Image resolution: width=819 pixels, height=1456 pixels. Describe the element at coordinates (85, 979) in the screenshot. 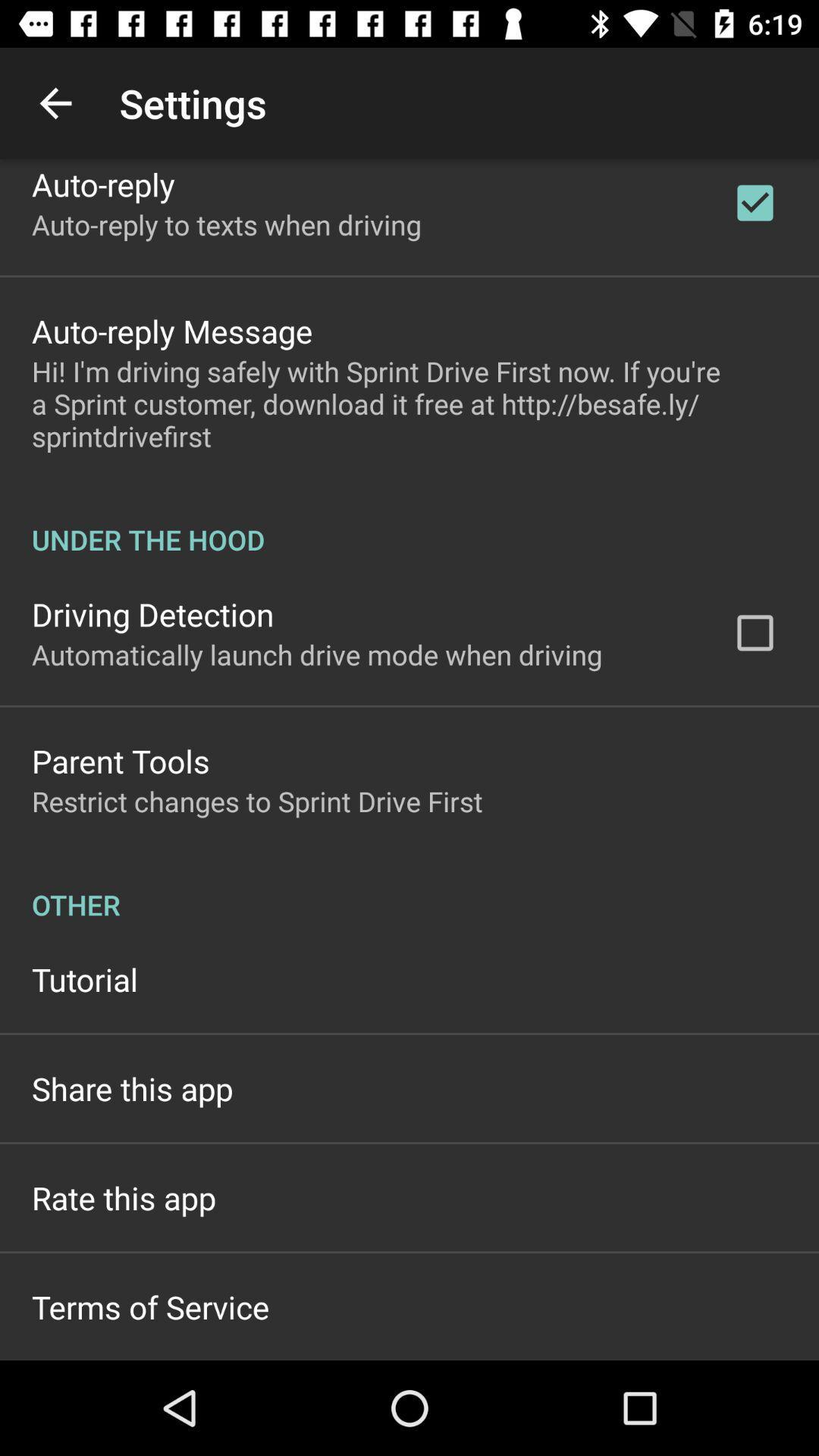

I see `the item below other icon` at that location.